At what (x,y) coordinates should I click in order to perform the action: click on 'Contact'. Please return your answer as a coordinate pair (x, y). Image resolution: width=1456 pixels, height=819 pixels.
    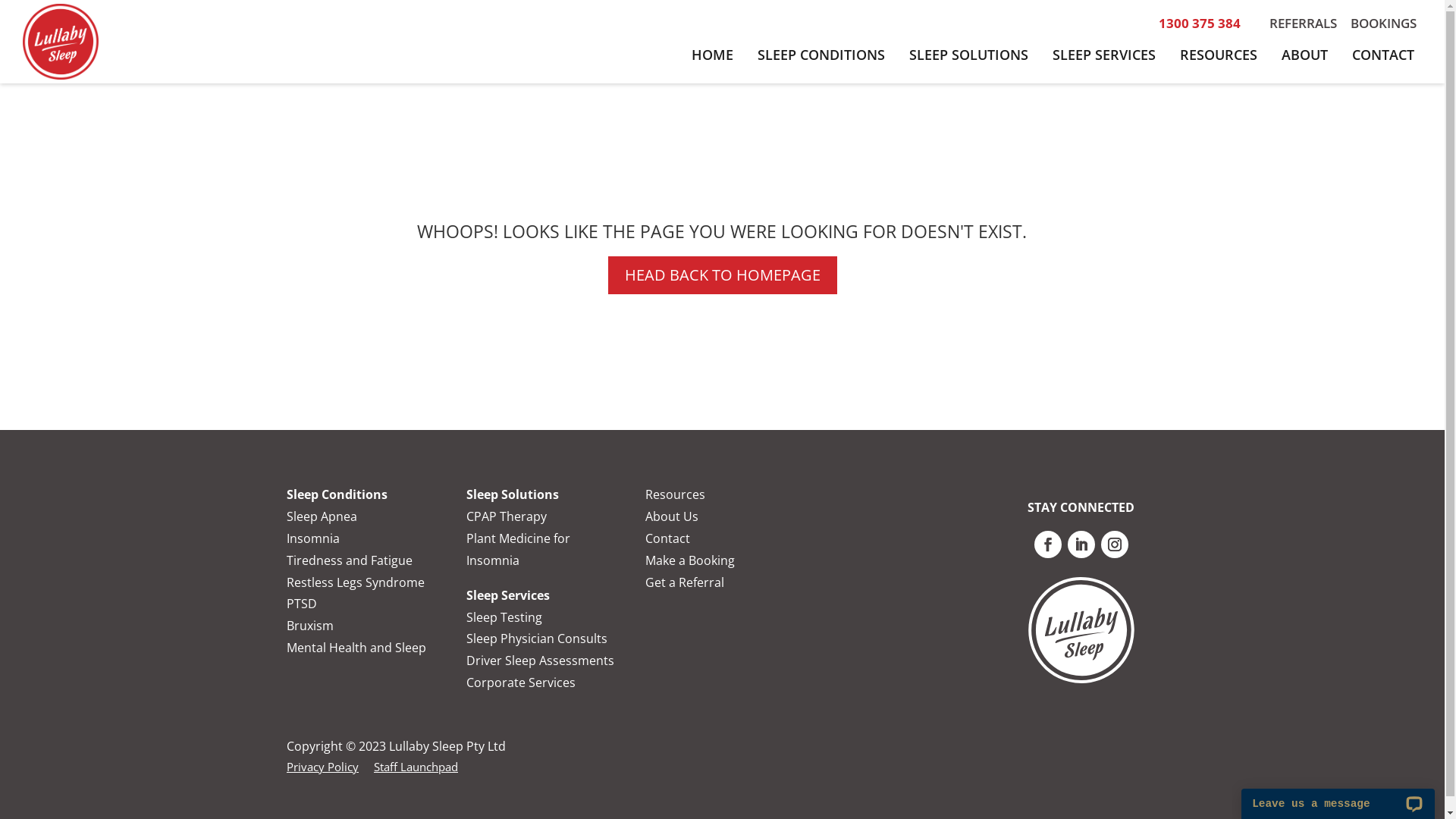
    Looking at the image, I should click on (667, 537).